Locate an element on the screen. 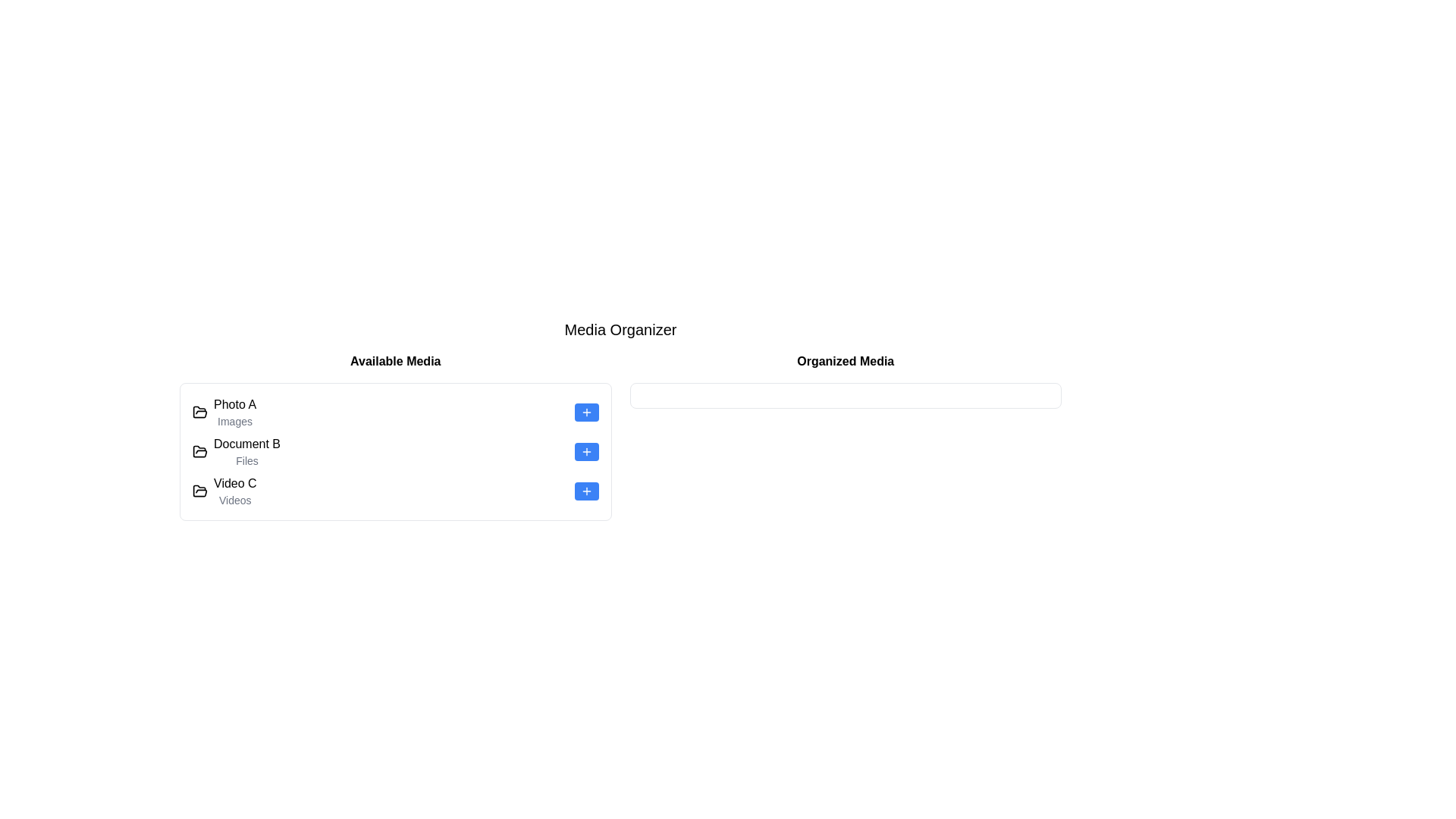 The height and width of the screenshot is (819, 1456). the clickable folder representation labeled 'Photo A' located at the top-left corner of the 'Available Media' section is located at coordinates (224, 412).